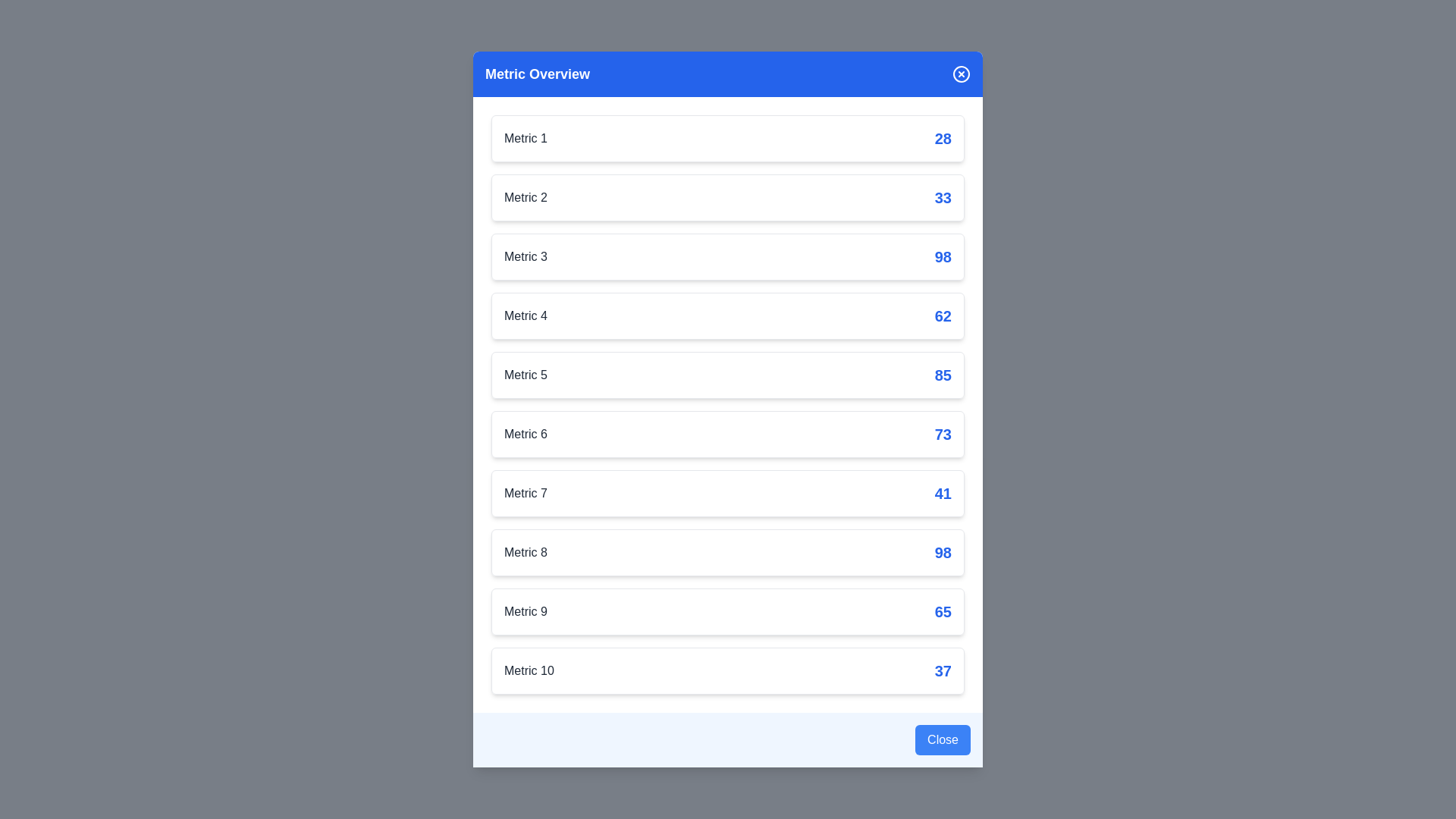  Describe the element at coordinates (942, 739) in the screenshot. I see `the 'Close' button in the footer of the dialog` at that location.